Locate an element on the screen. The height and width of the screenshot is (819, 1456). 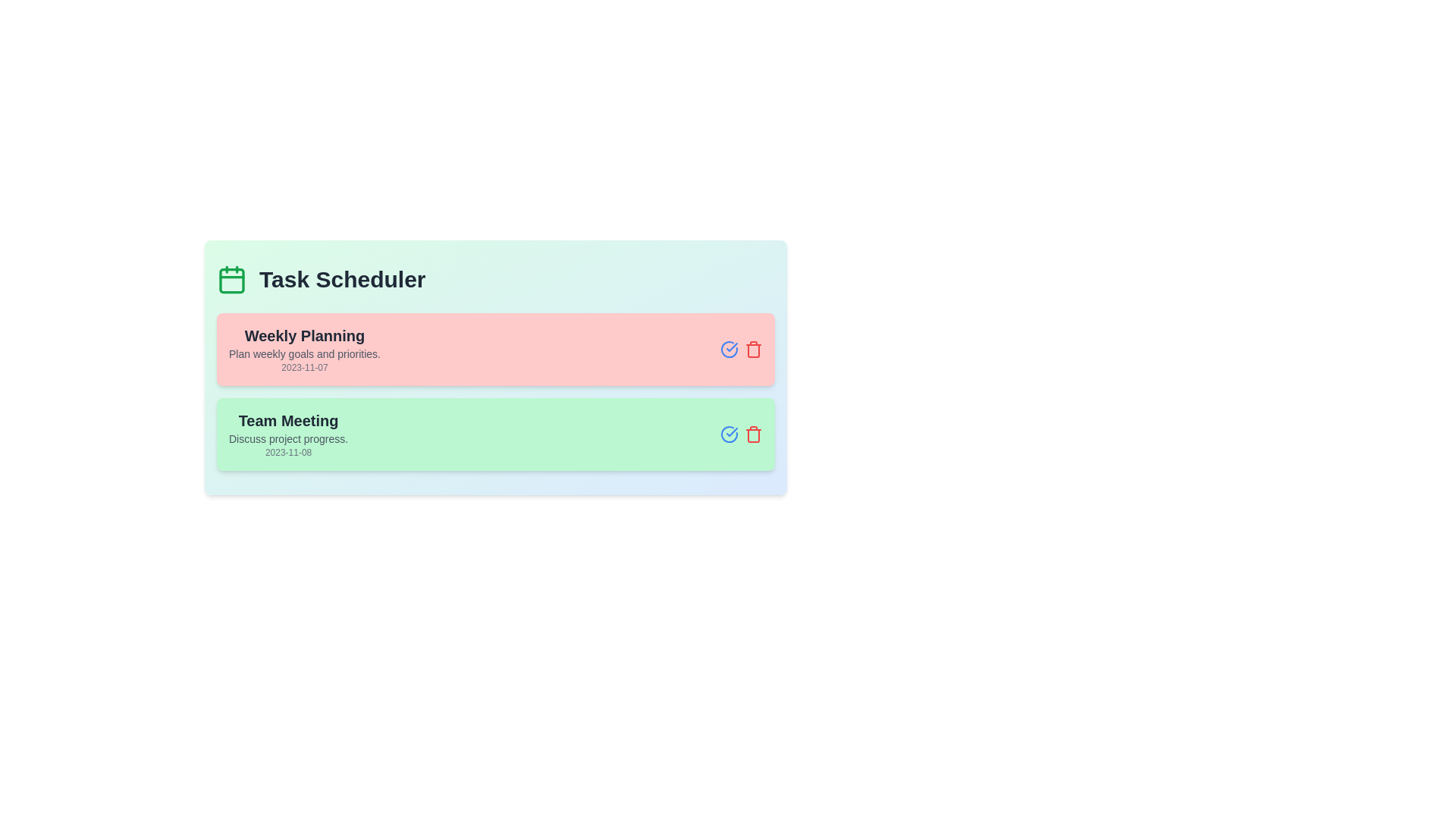
delete button for the task titled 'Team Meeting' is located at coordinates (753, 435).